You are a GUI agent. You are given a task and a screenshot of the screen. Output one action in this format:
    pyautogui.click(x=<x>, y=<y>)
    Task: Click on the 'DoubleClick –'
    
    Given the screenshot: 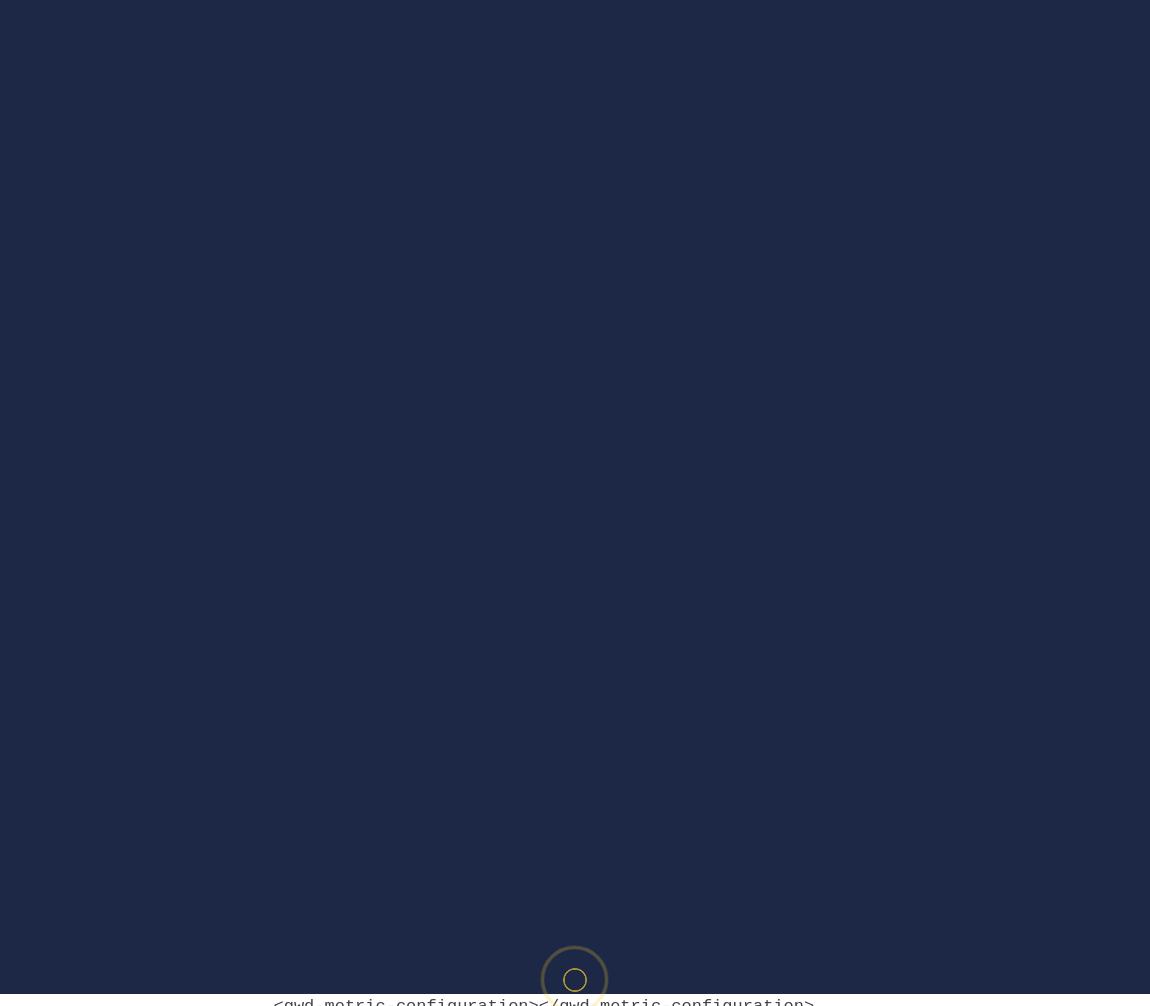 What is the action you would take?
    pyautogui.click(x=369, y=95)
    